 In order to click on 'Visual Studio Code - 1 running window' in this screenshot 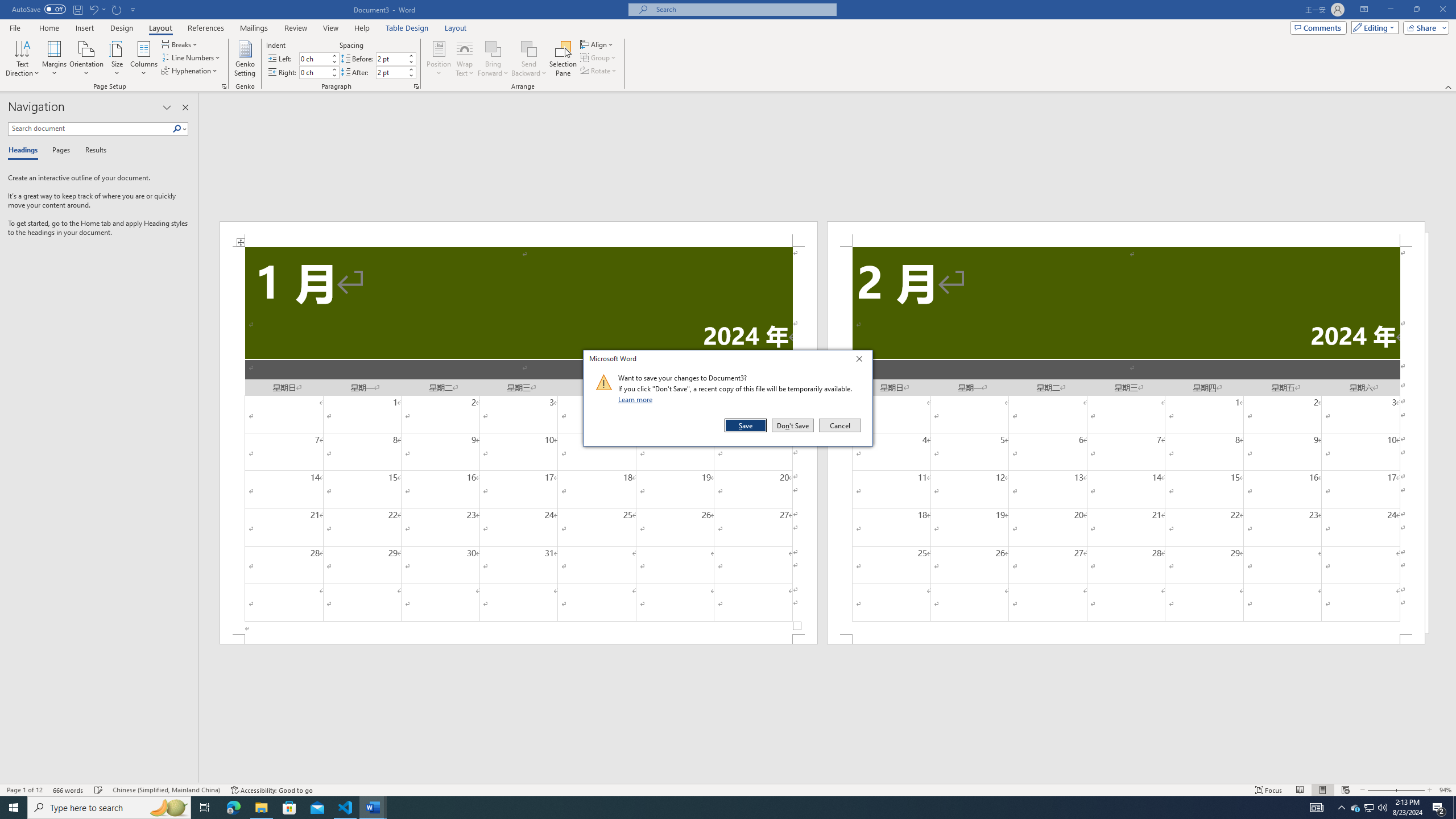, I will do `click(345, 806)`.